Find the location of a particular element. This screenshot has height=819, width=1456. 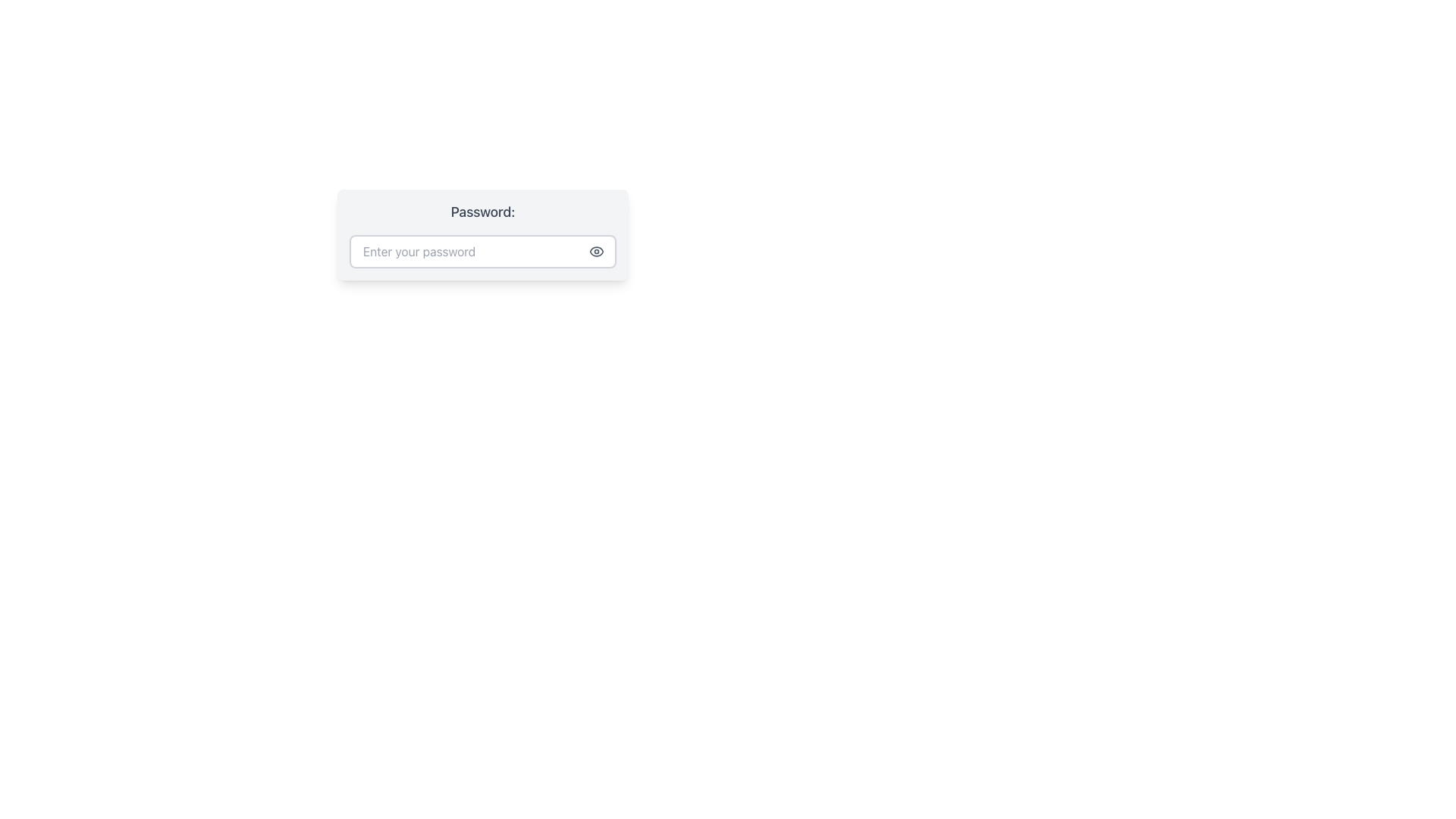

the circular eye icon button is located at coordinates (596, 250).